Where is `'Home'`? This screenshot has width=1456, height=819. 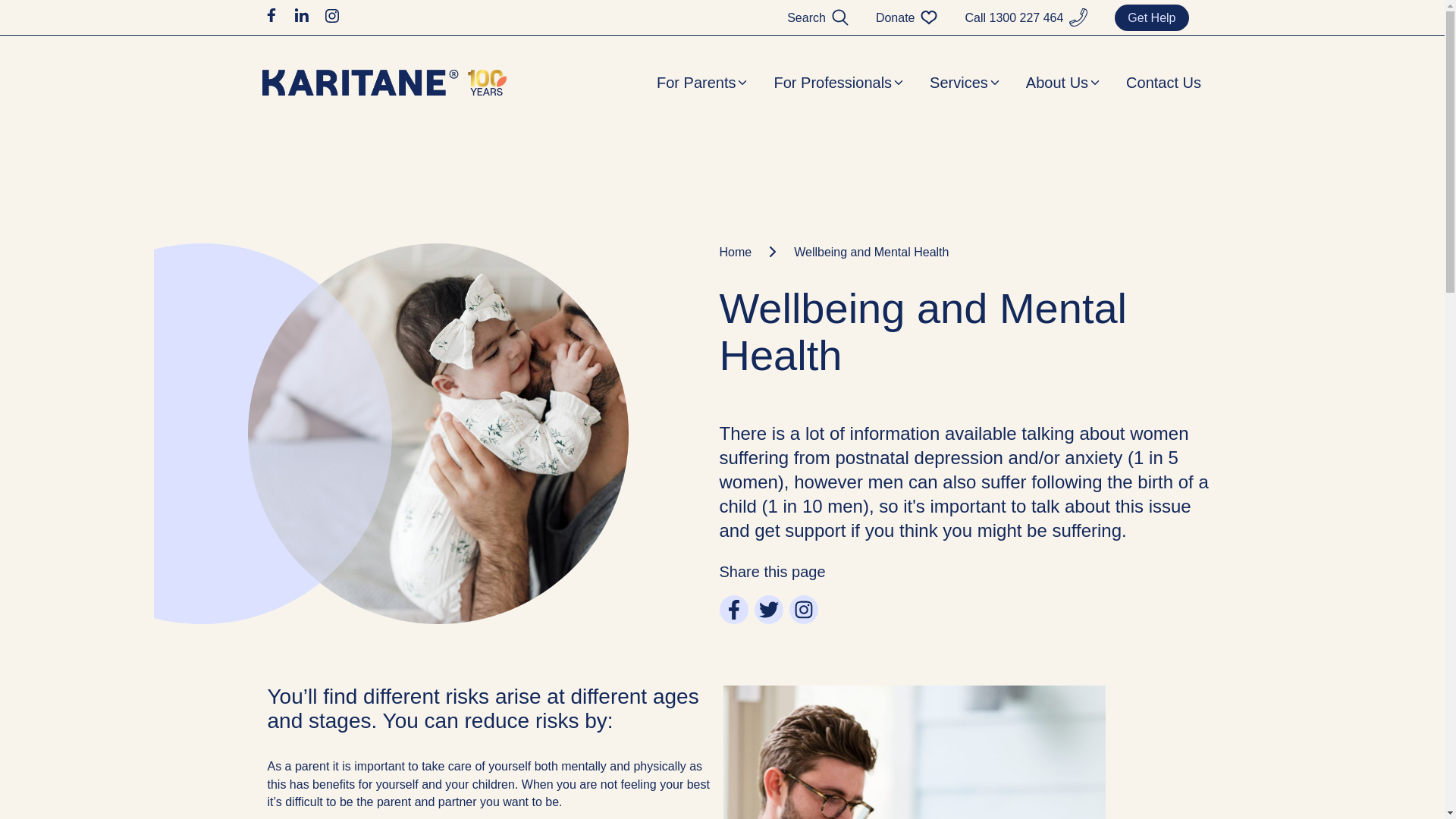
'Home' is located at coordinates (718, 251).